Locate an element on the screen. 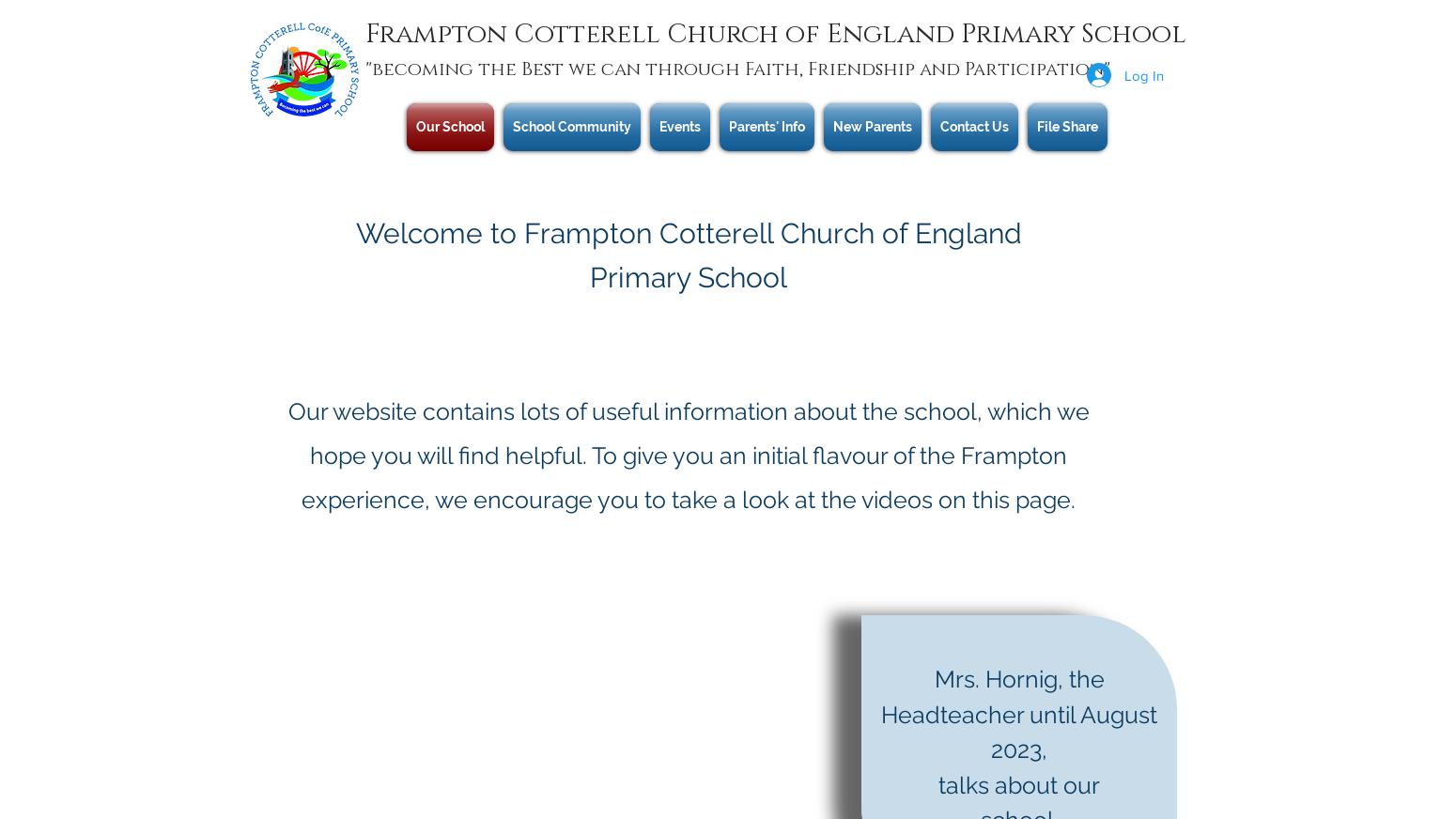  'Our website contains lots of useful information about the school, which we' is located at coordinates (688, 410).